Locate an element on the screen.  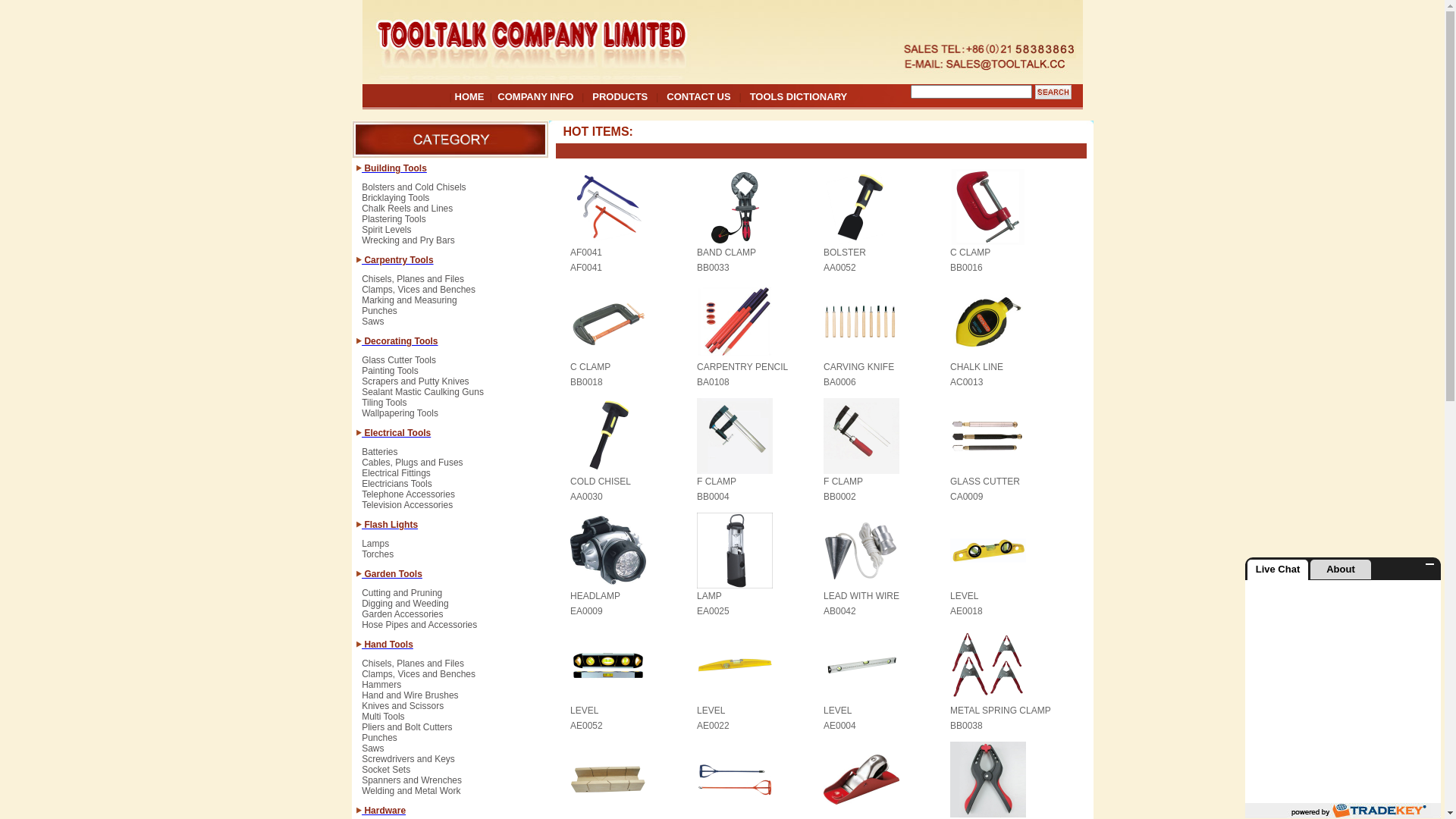
'Scrapers and Putty Knives' is located at coordinates (360, 385).